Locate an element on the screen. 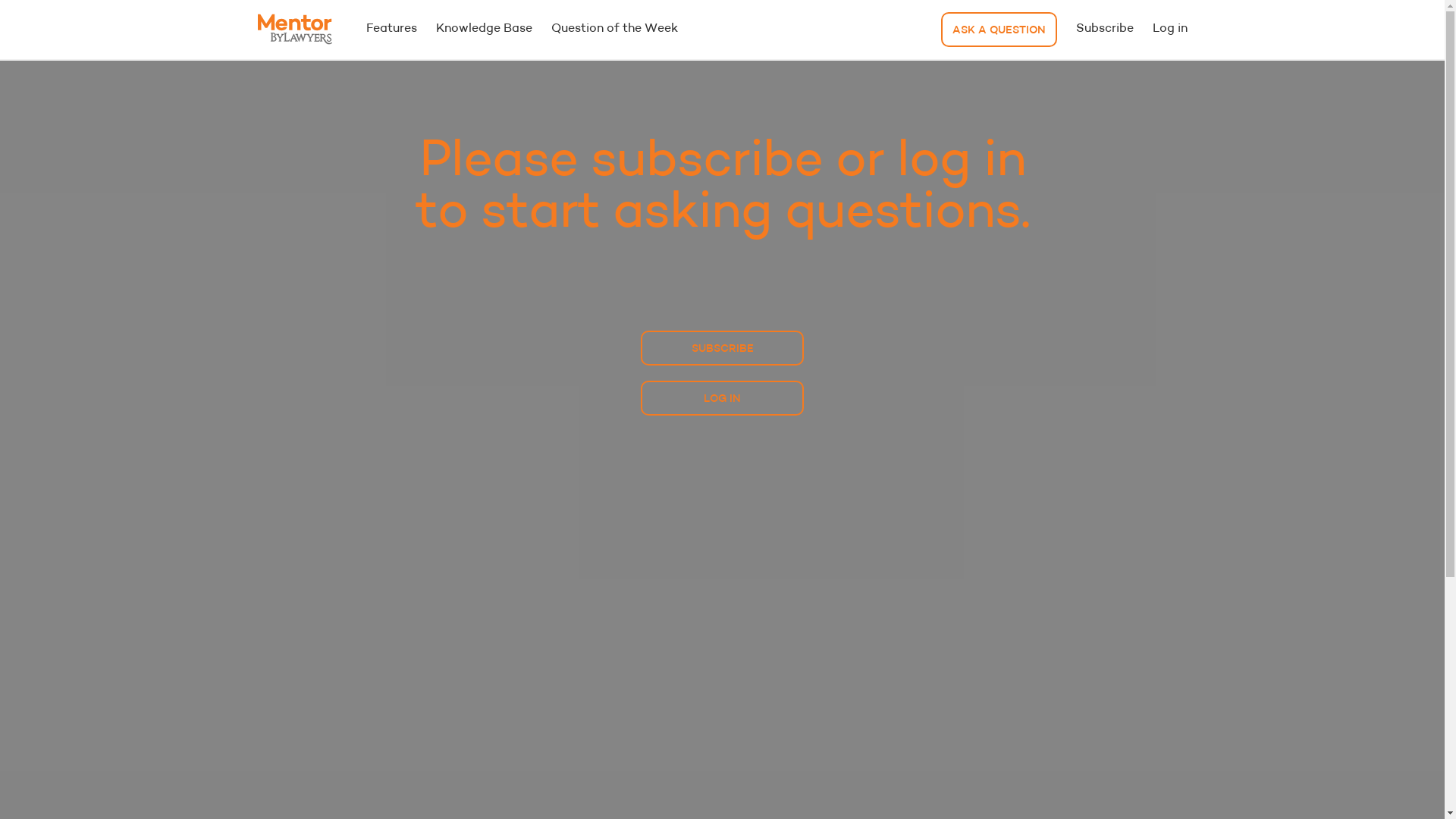 Image resolution: width=1456 pixels, height=819 pixels. 'SUBSCRIBE' is located at coordinates (721, 348).